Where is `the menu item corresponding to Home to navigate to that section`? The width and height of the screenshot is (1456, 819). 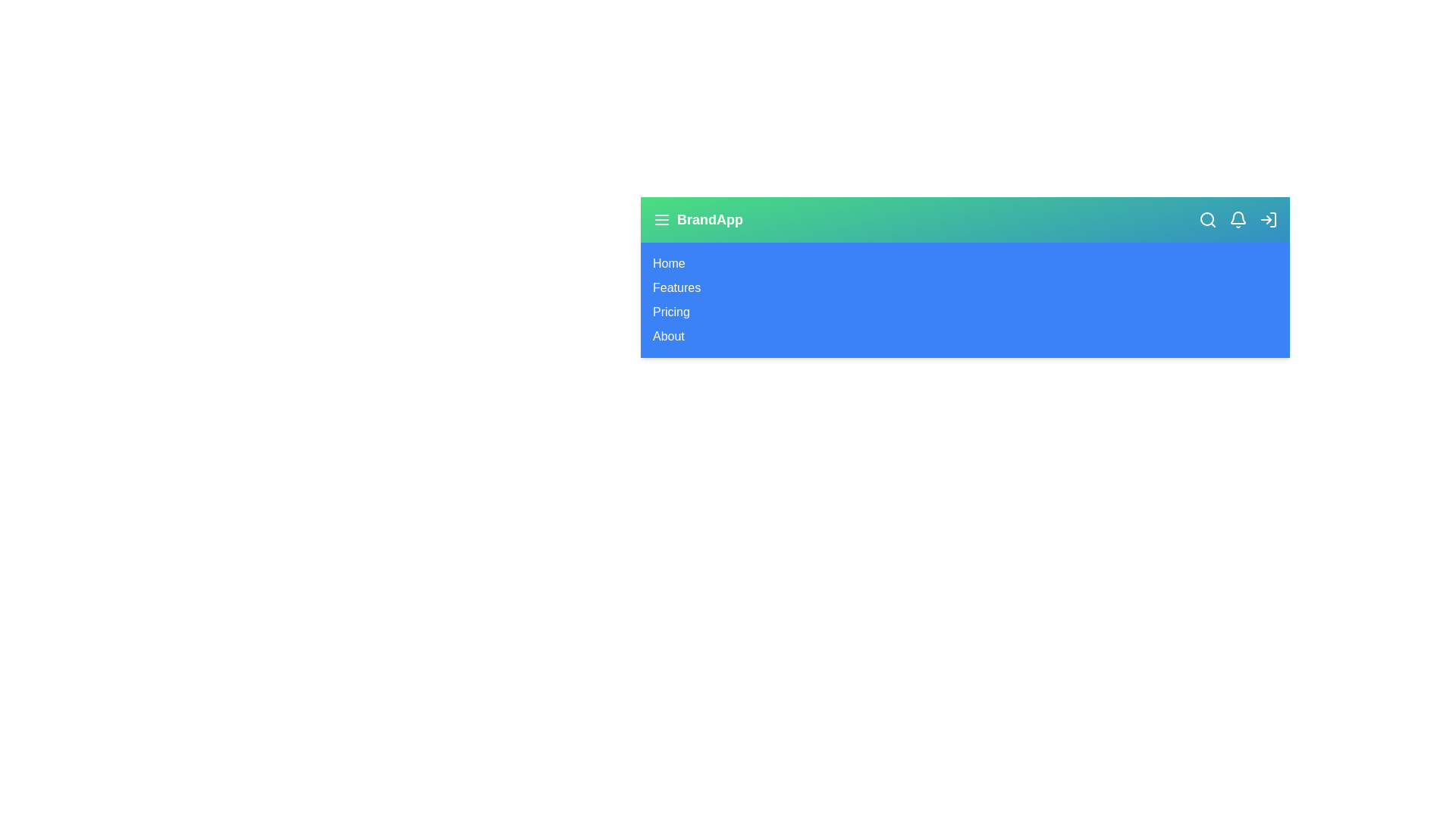 the menu item corresponding to Home to navigate to that section is located at coordinates (668, 262).